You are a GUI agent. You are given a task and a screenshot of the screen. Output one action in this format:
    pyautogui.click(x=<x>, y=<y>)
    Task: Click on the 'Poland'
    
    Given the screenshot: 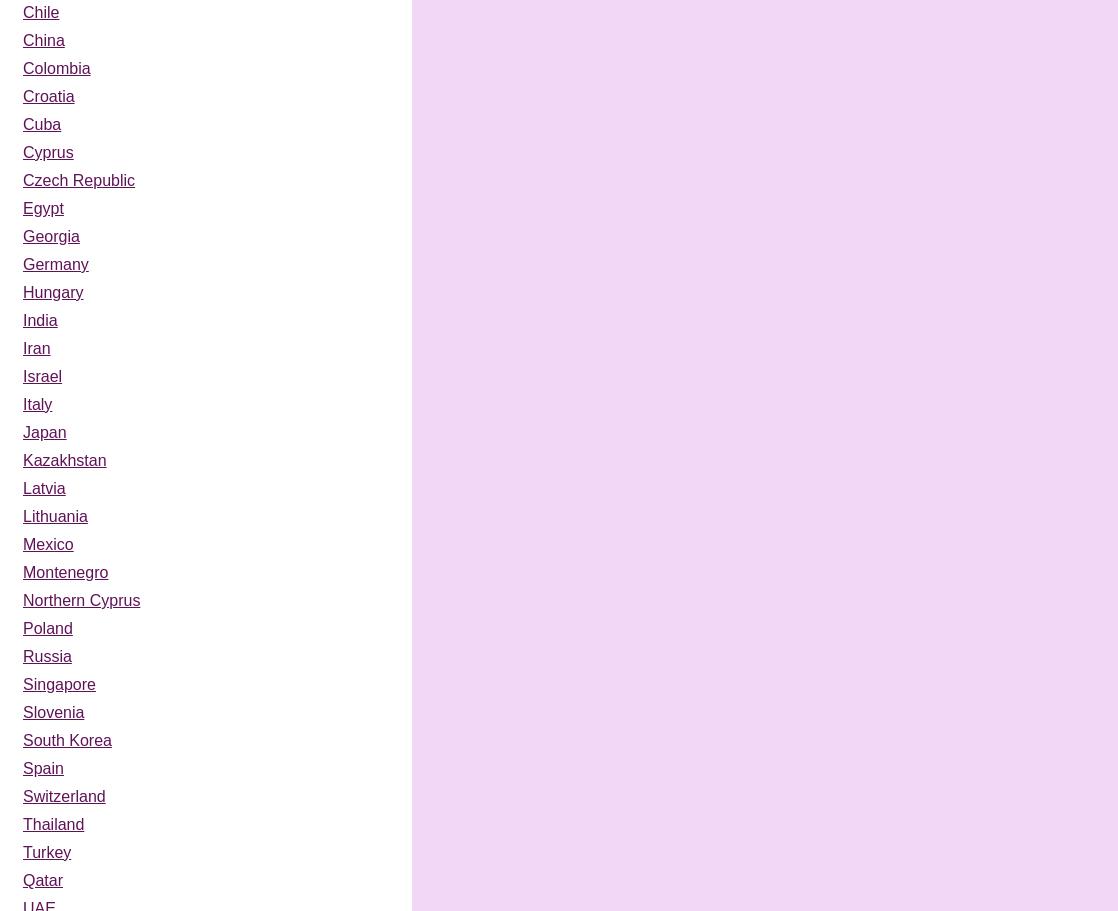 What is the action you would take?
    pyautogui.click(x=23, y=627)
    